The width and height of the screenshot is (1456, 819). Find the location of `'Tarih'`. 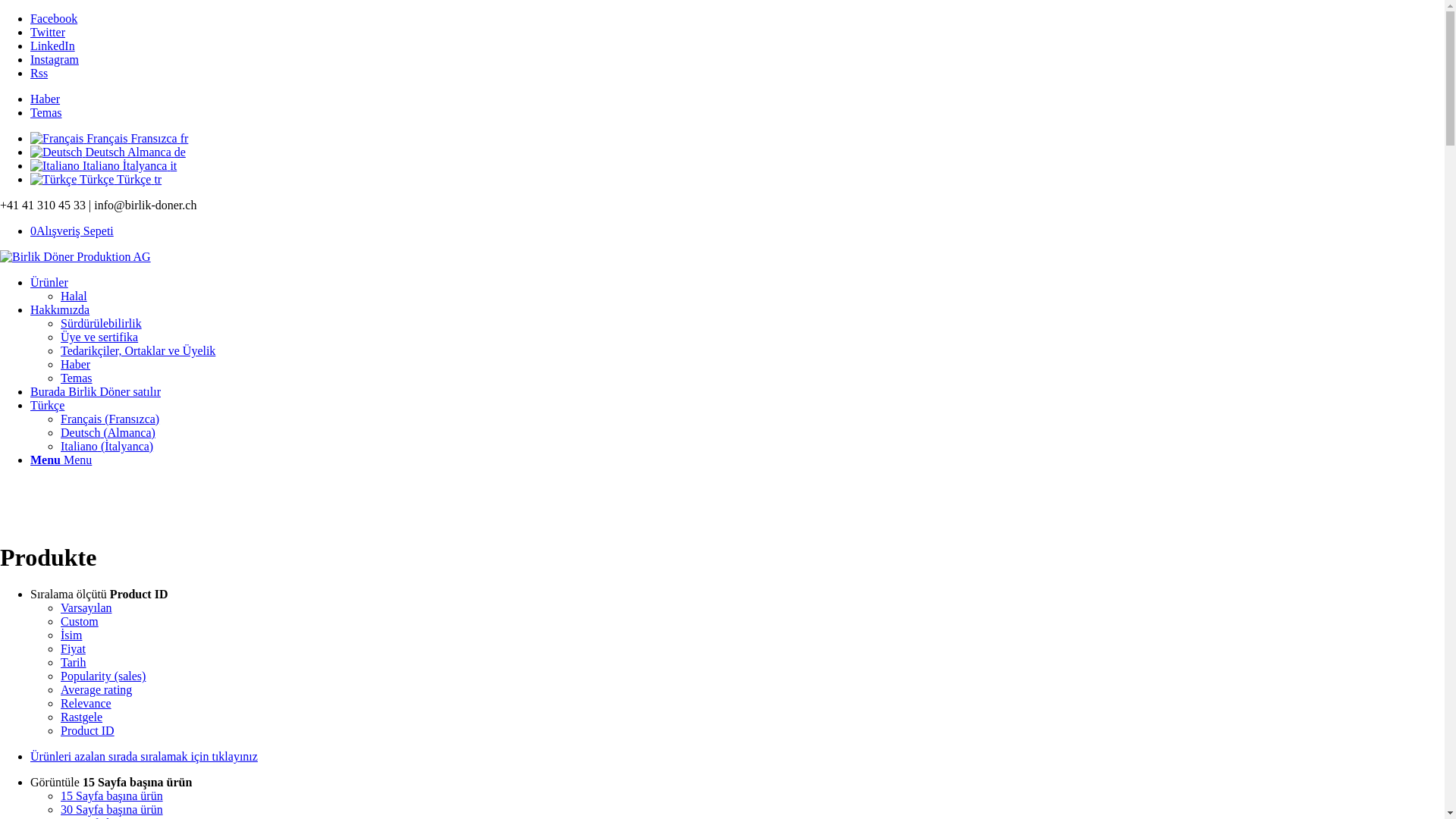

'Tarih' is located at coordinates (72, 661).